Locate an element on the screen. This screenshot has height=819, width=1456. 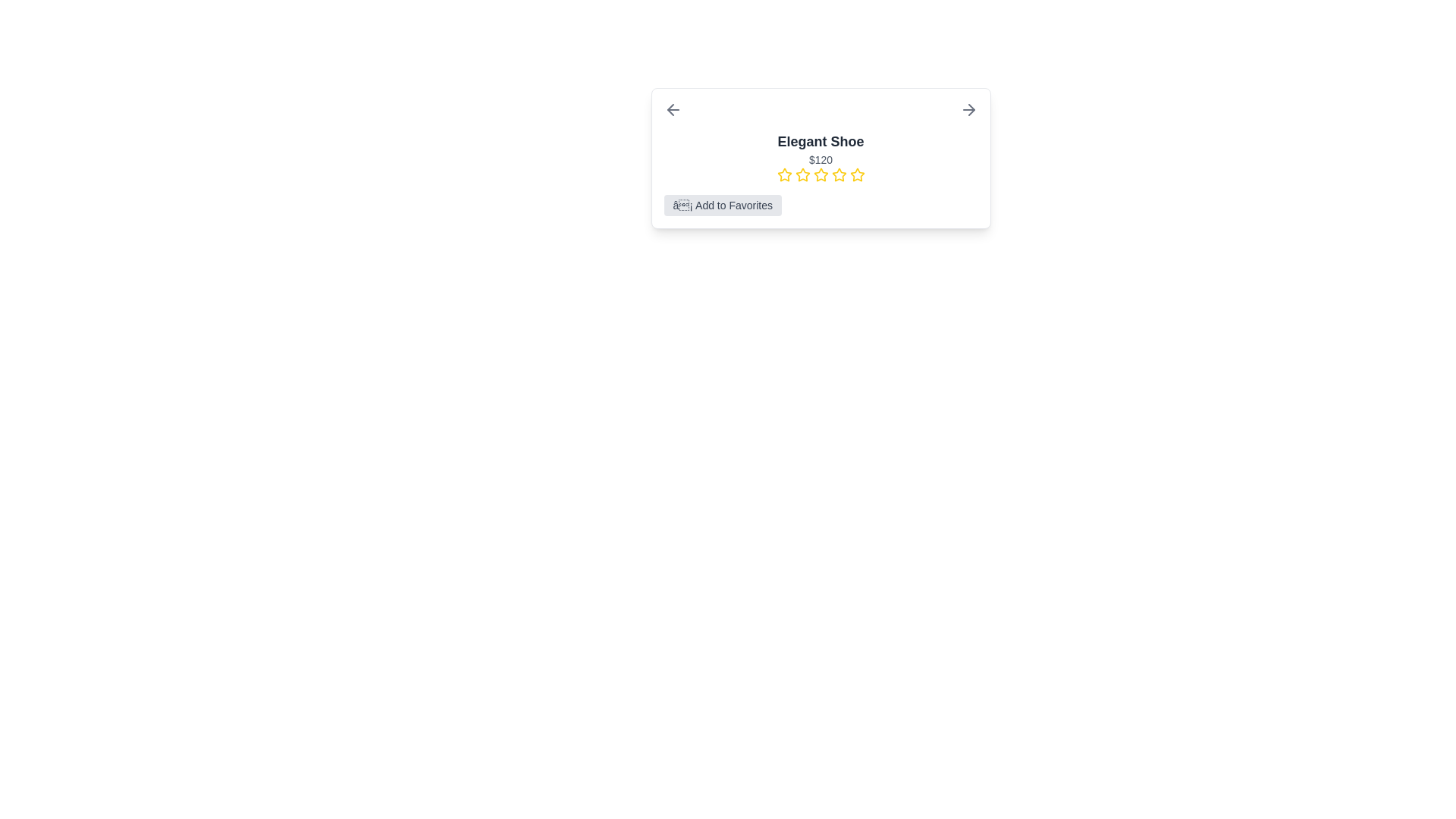
the third star icon in the rating component below the 'Elegant Shoe' heading to interact for rating is located at coordinates (802, 174).